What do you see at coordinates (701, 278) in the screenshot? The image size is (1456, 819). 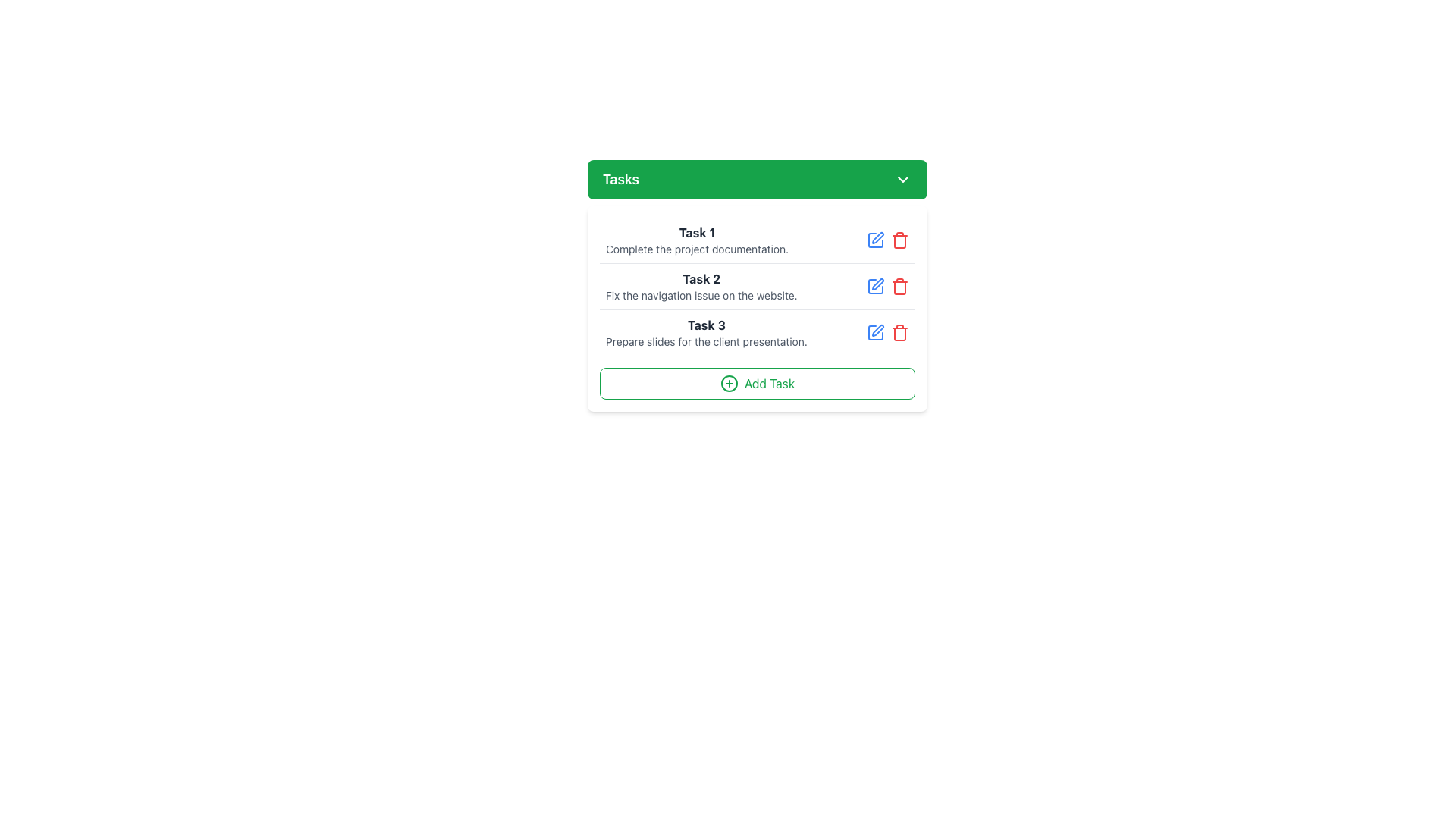 I see `the bold text label displaying 'Task 2', which is located in the center of the task list, positioned directly beneath 'Task 1' and above 'Task 3'` at bounding box center [701, 278].